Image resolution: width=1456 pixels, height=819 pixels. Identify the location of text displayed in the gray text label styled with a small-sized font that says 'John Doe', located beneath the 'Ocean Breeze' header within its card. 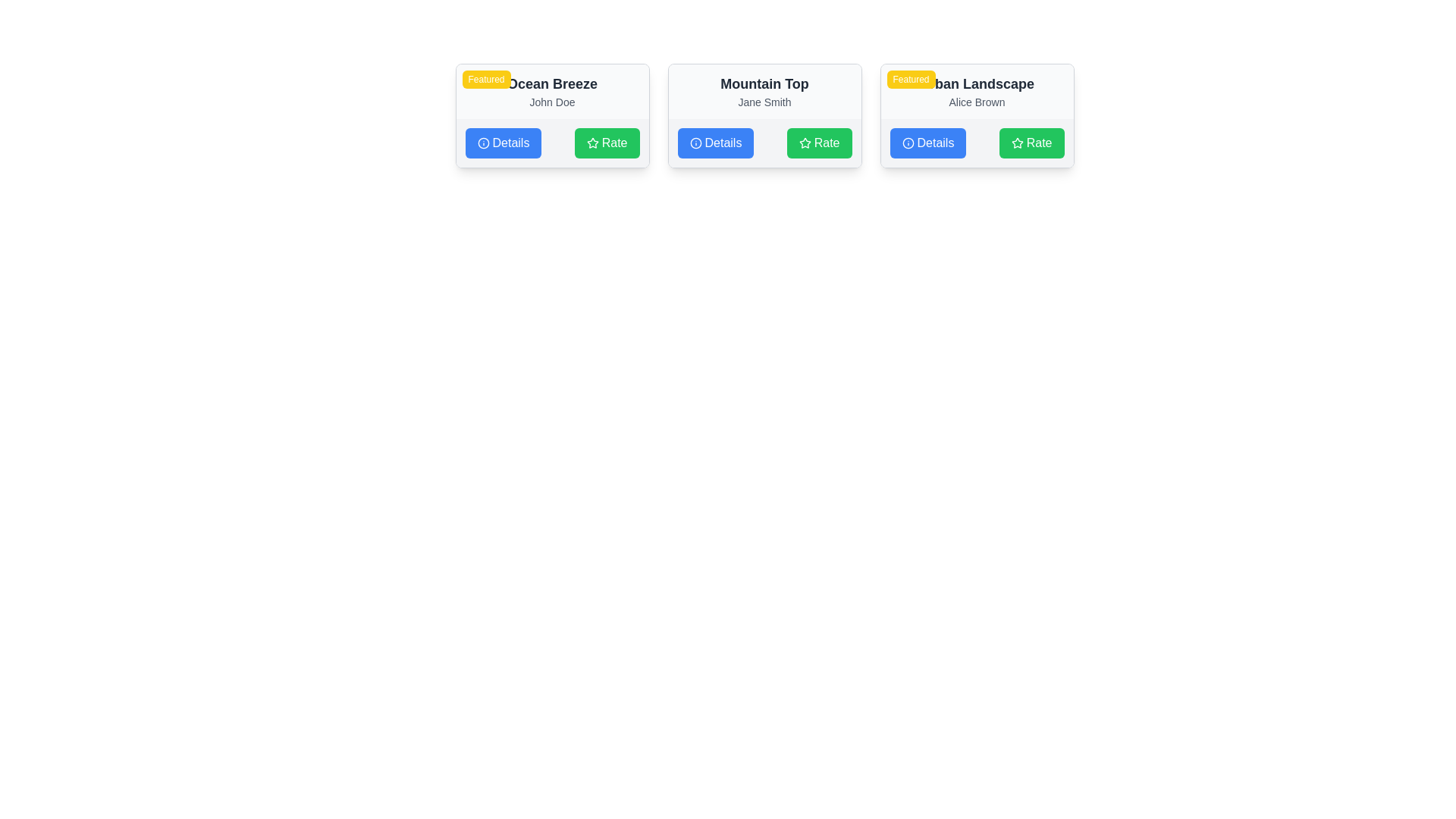
(551, 102).